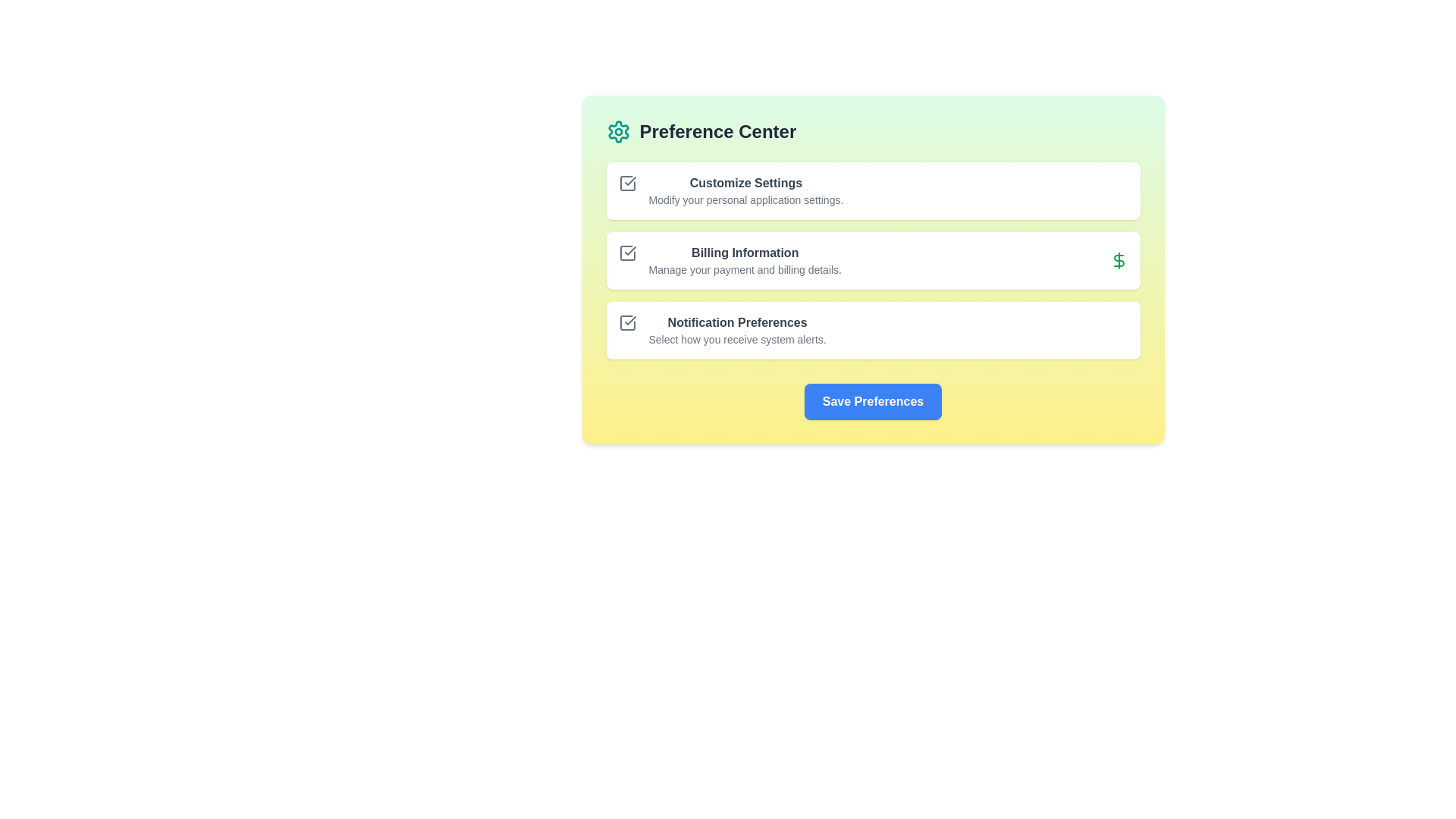 This screenshot has width=1456, height=819. I want to click on the settings icon located in the header area of the interface panel, adjacent to the 'Preference Center' label, so click(618, 130).